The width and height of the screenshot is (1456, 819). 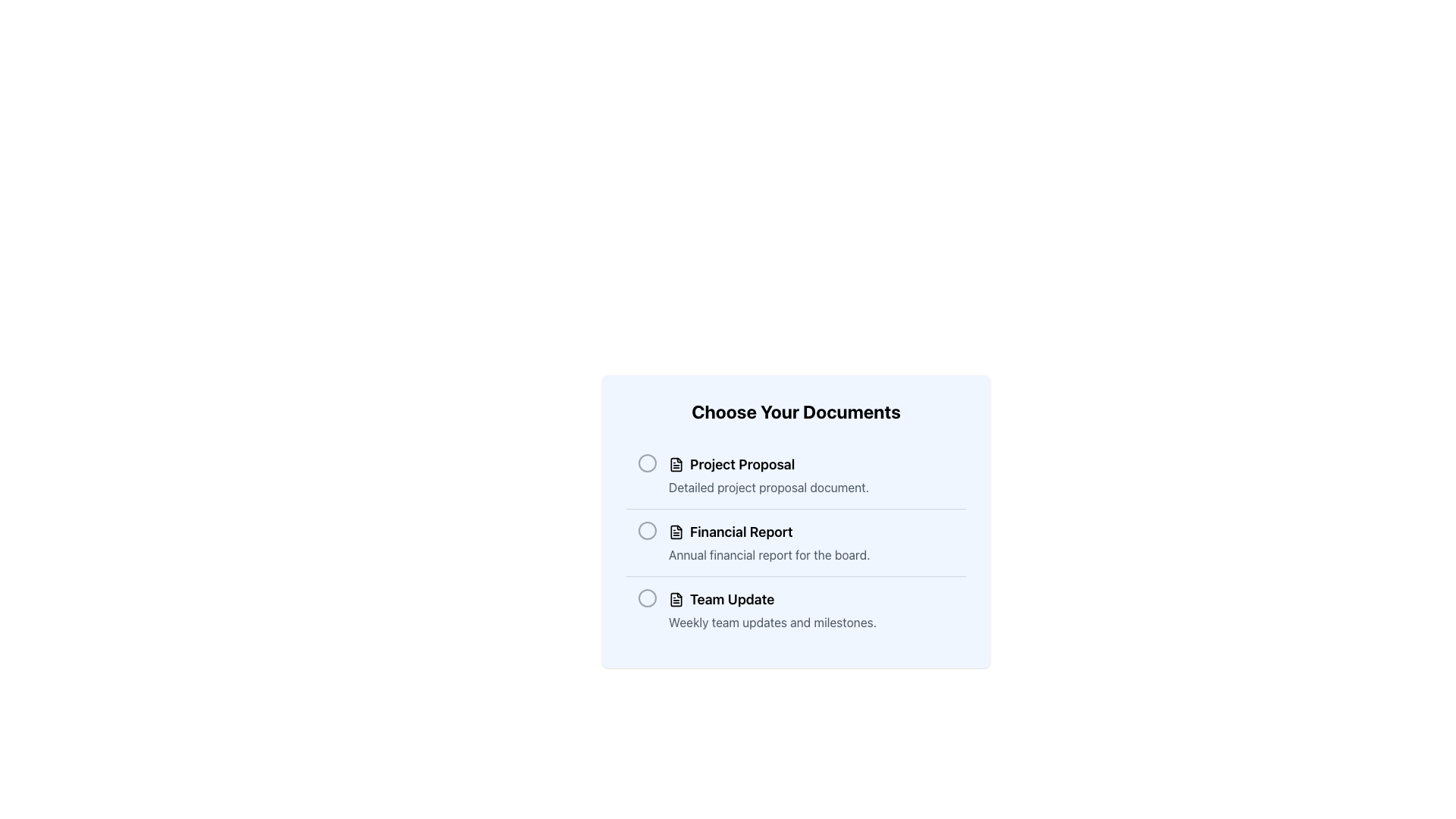 I want to click on the document icon associated with the 'Project Proposal' entry, which is located to the left of the title in the topmost position of the list, so click(x=676, y=464).